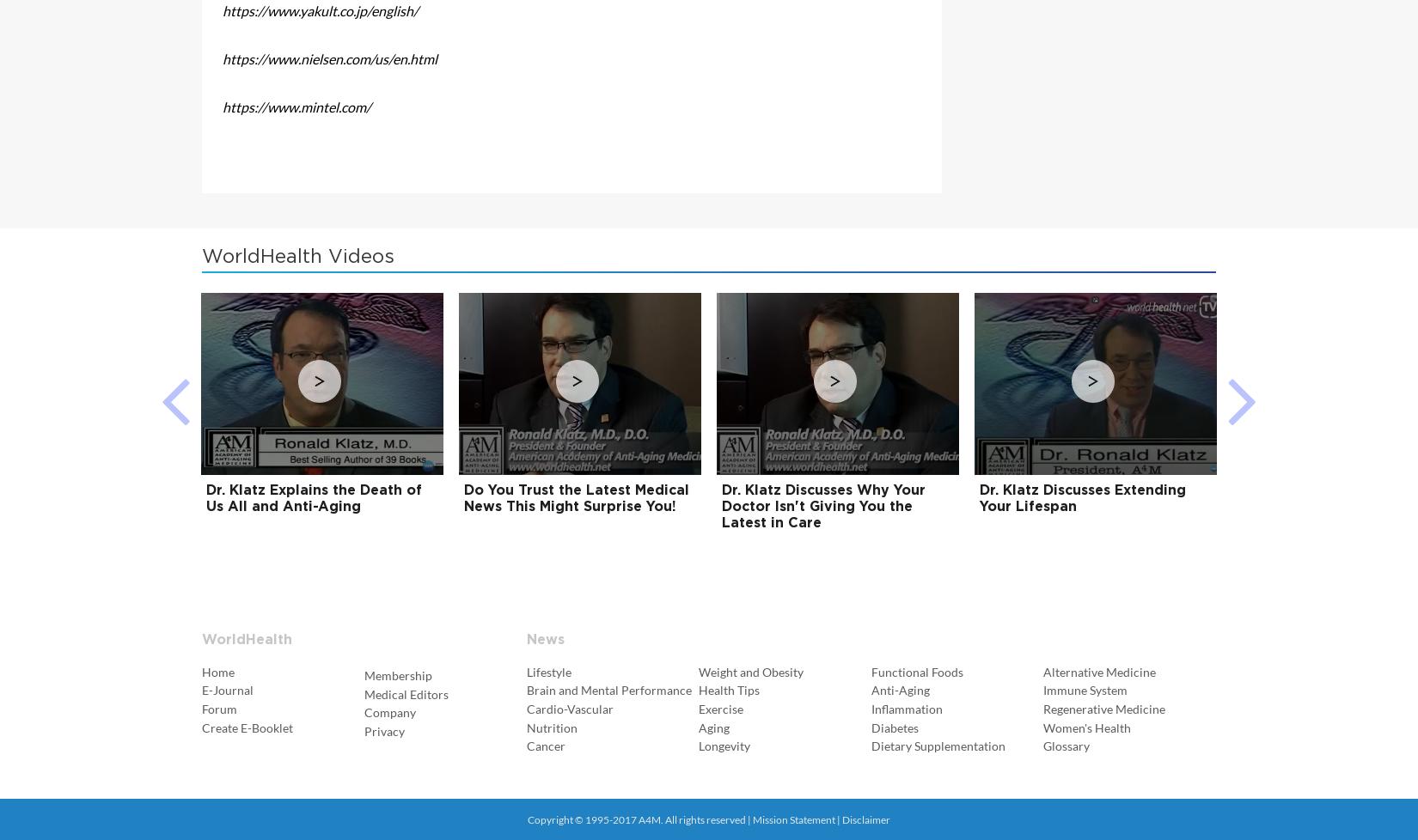  What do you see at coordinates (547, 670) in the screenshot?
I see `'Lifestyle'` at bounding box center [547, 670].